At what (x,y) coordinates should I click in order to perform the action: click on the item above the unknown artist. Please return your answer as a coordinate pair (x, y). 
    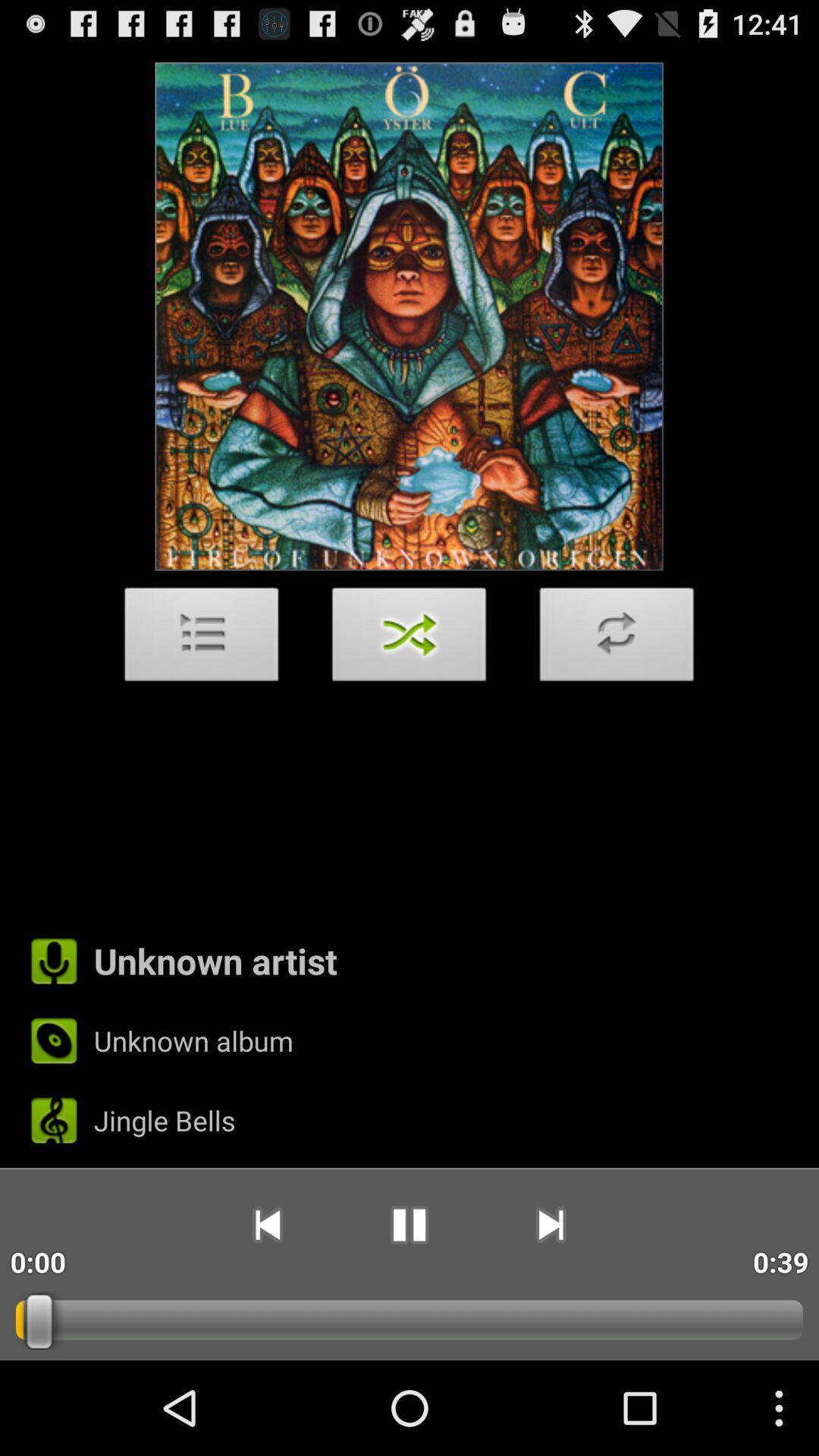
    Looking at the image, I should click on (201, 639).